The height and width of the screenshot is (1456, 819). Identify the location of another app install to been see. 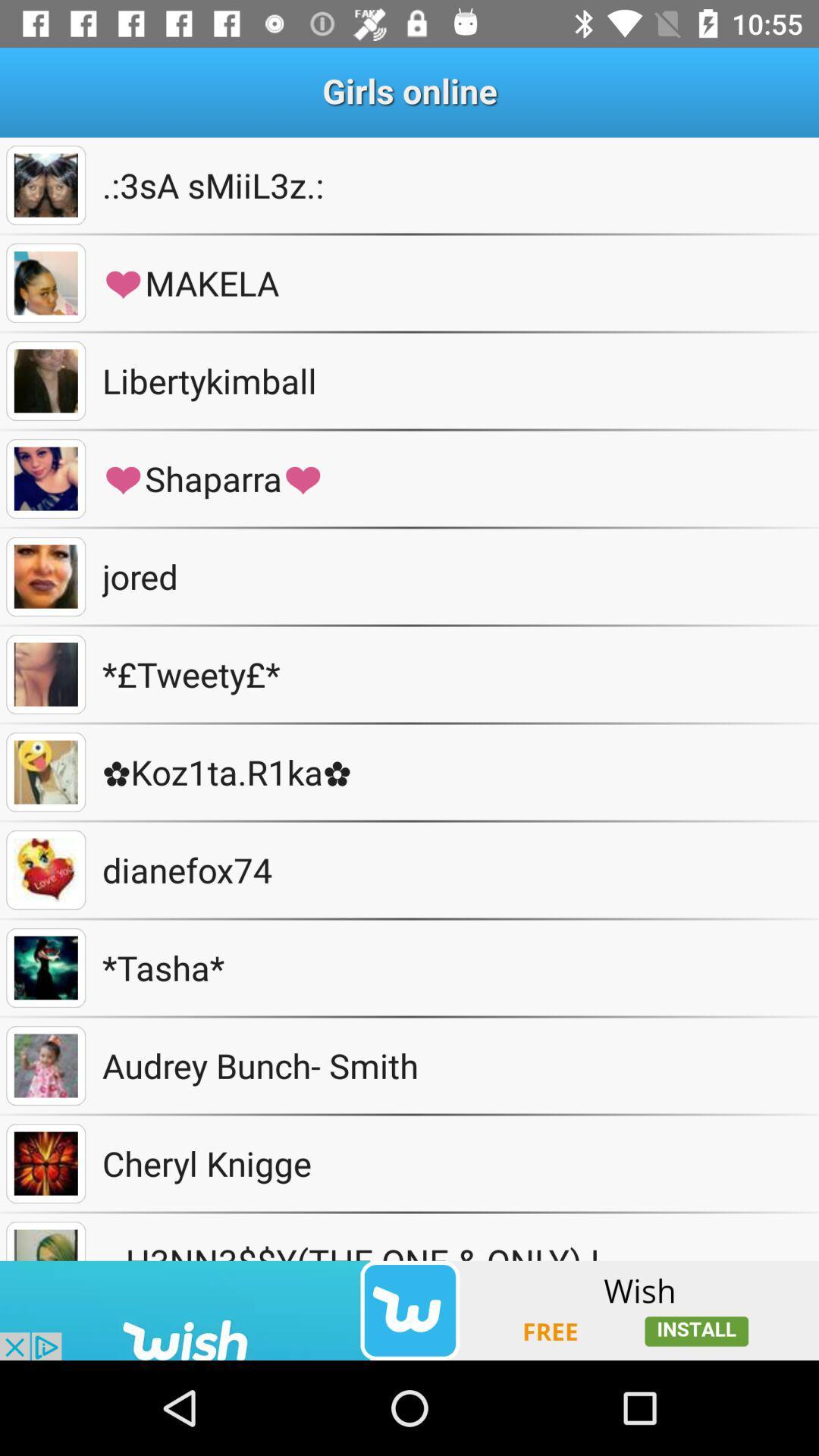
(409, 1310).